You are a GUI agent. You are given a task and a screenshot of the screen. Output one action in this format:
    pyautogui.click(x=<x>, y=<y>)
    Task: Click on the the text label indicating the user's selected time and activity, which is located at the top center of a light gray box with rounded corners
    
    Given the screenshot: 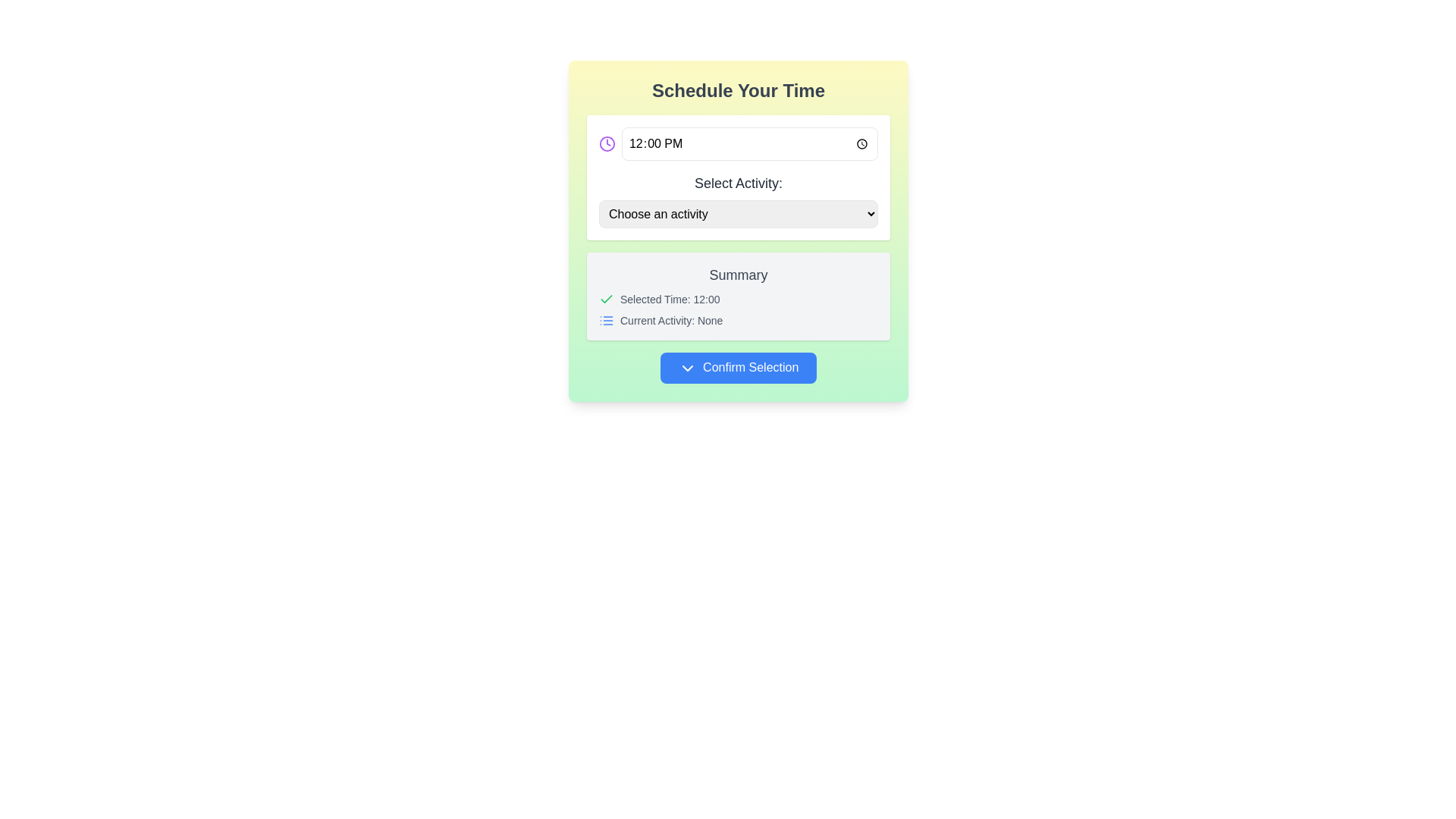 What is the action you would take?
    pyautogui.click(x=739, y=275)
    